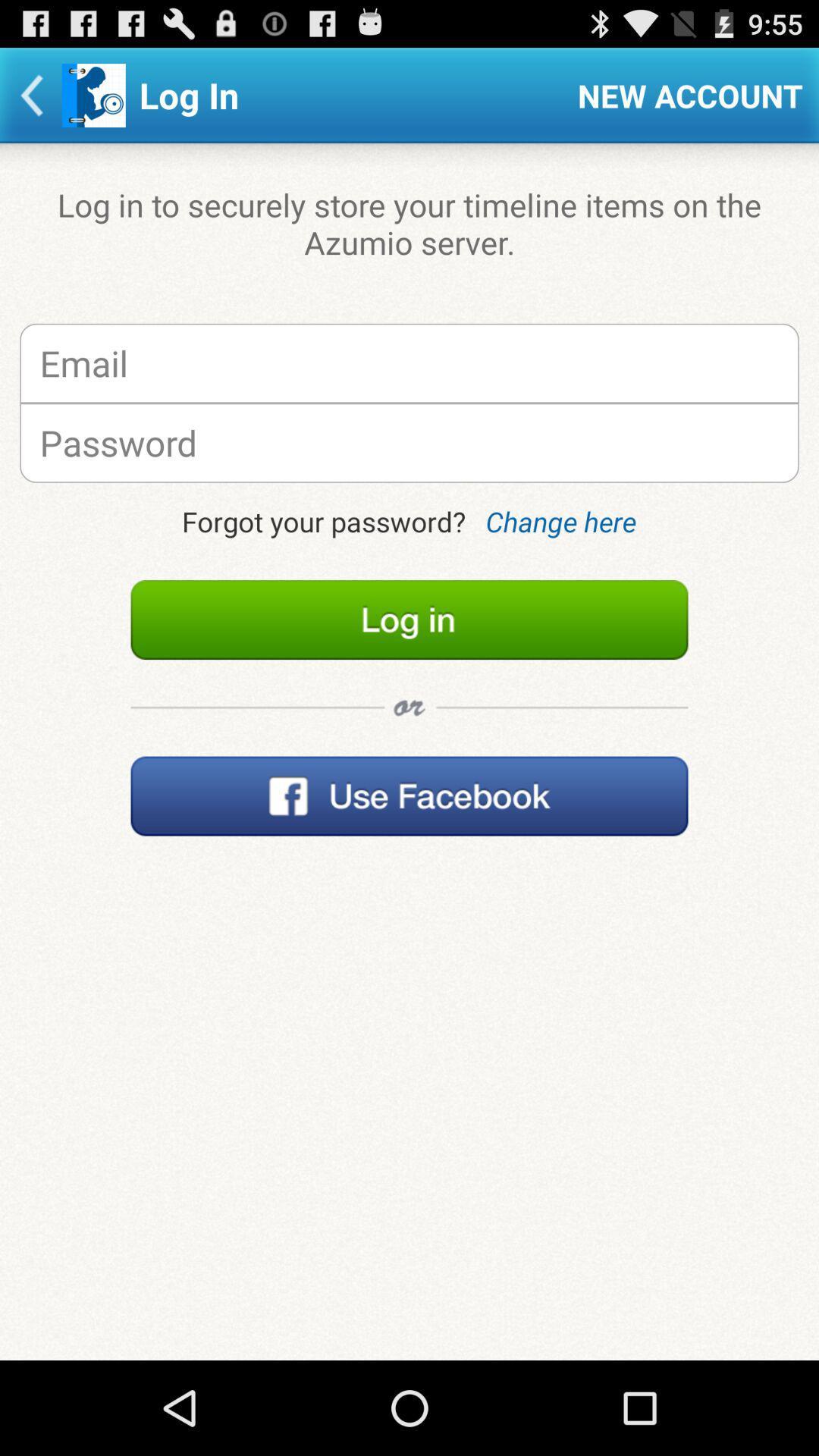 This screenshot has height=1456, width=819. I want to click on fill in the password, so click(409, 442).